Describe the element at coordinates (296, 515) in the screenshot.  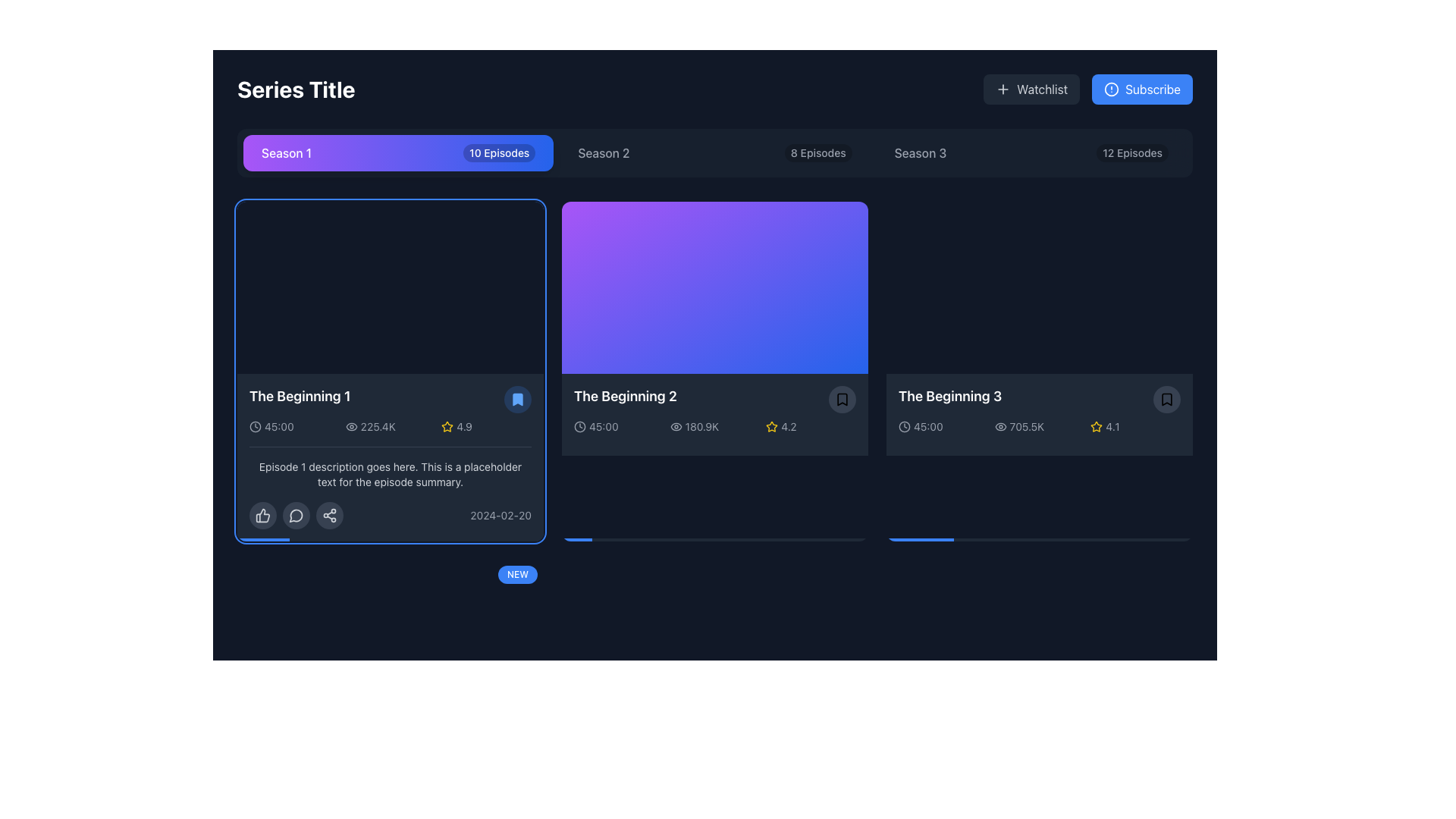
I see `the circular button with a gray background and message bubble icon, which is the second button from the left in a horizontal row of interactive icons, located below the episode description` at that location.